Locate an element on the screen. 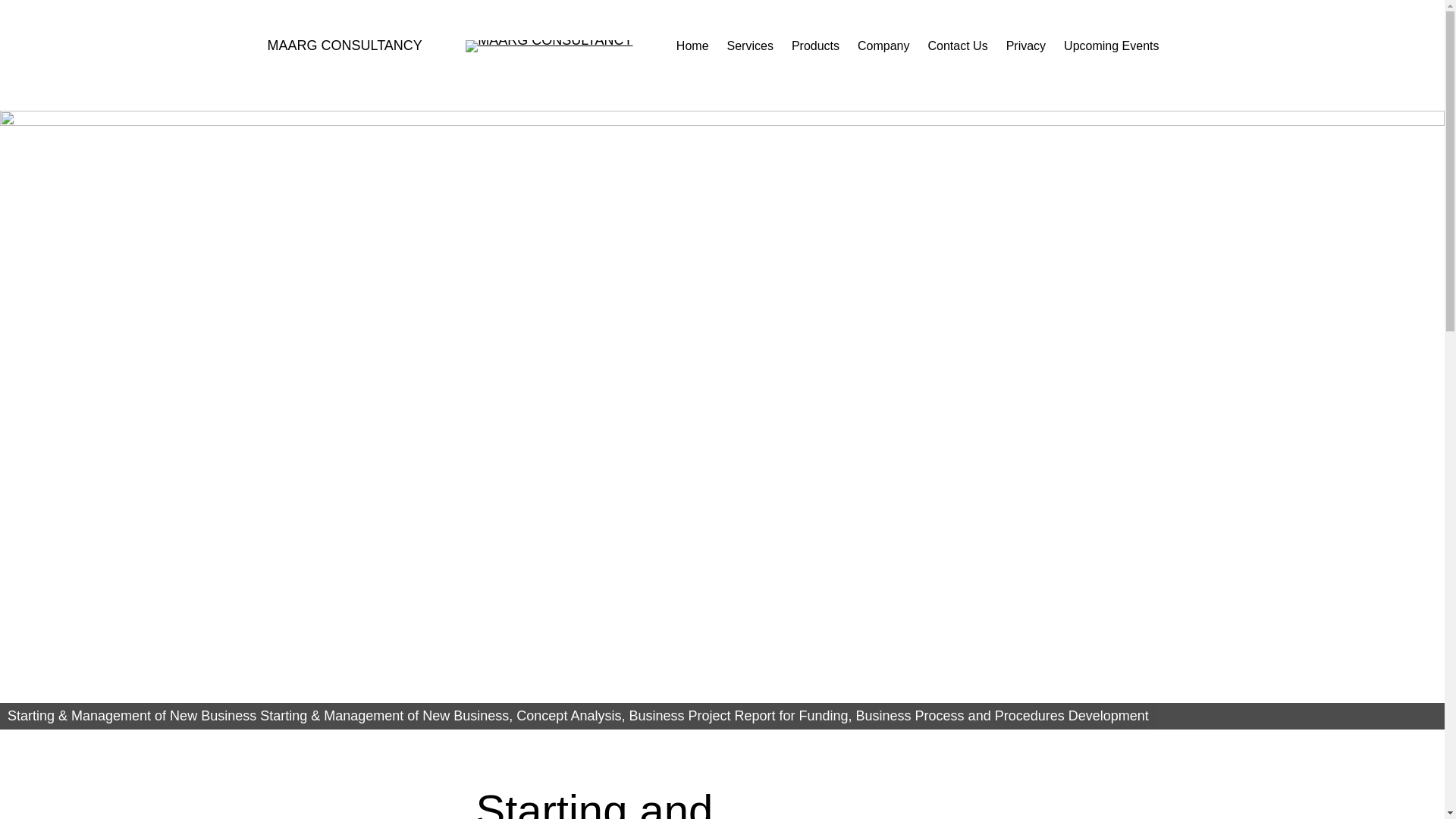 Image resolution: width=1456 pixels, height=819 pixels. 'Services' is located at coordinates (750, 45).